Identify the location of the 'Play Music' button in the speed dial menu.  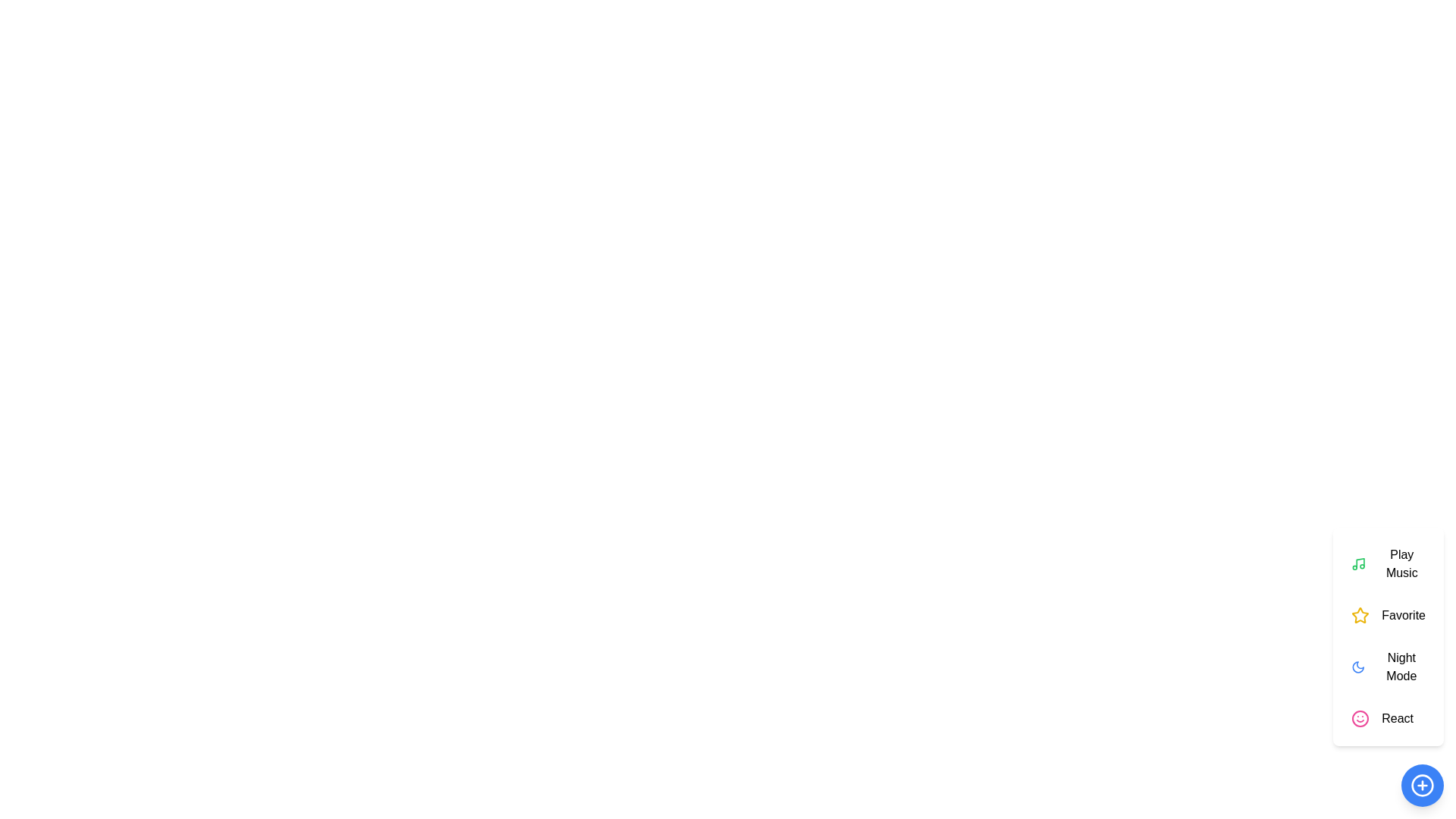
(1388, 564).